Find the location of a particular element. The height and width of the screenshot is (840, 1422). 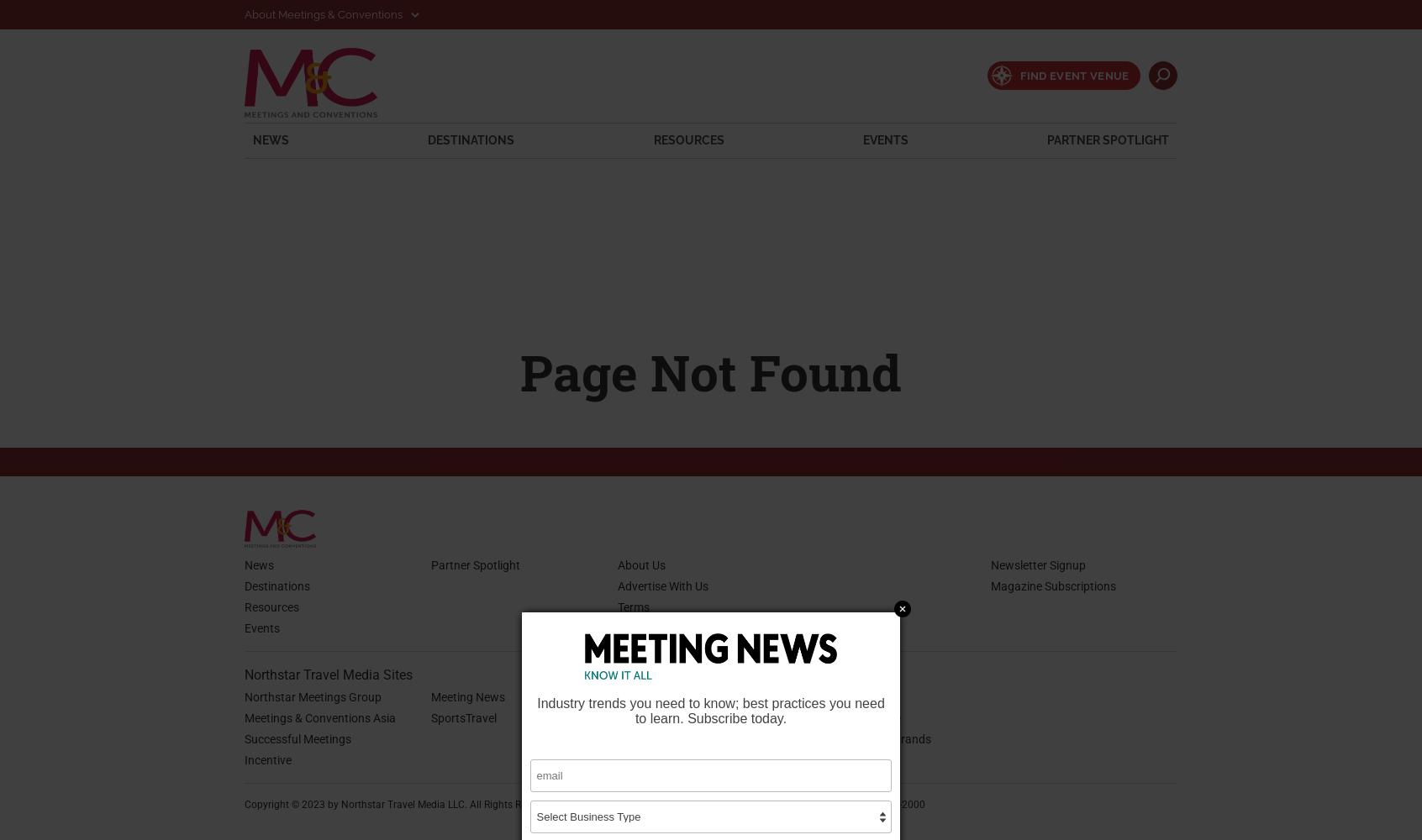

'Find event venue' is located at coordinates (1073, 74).